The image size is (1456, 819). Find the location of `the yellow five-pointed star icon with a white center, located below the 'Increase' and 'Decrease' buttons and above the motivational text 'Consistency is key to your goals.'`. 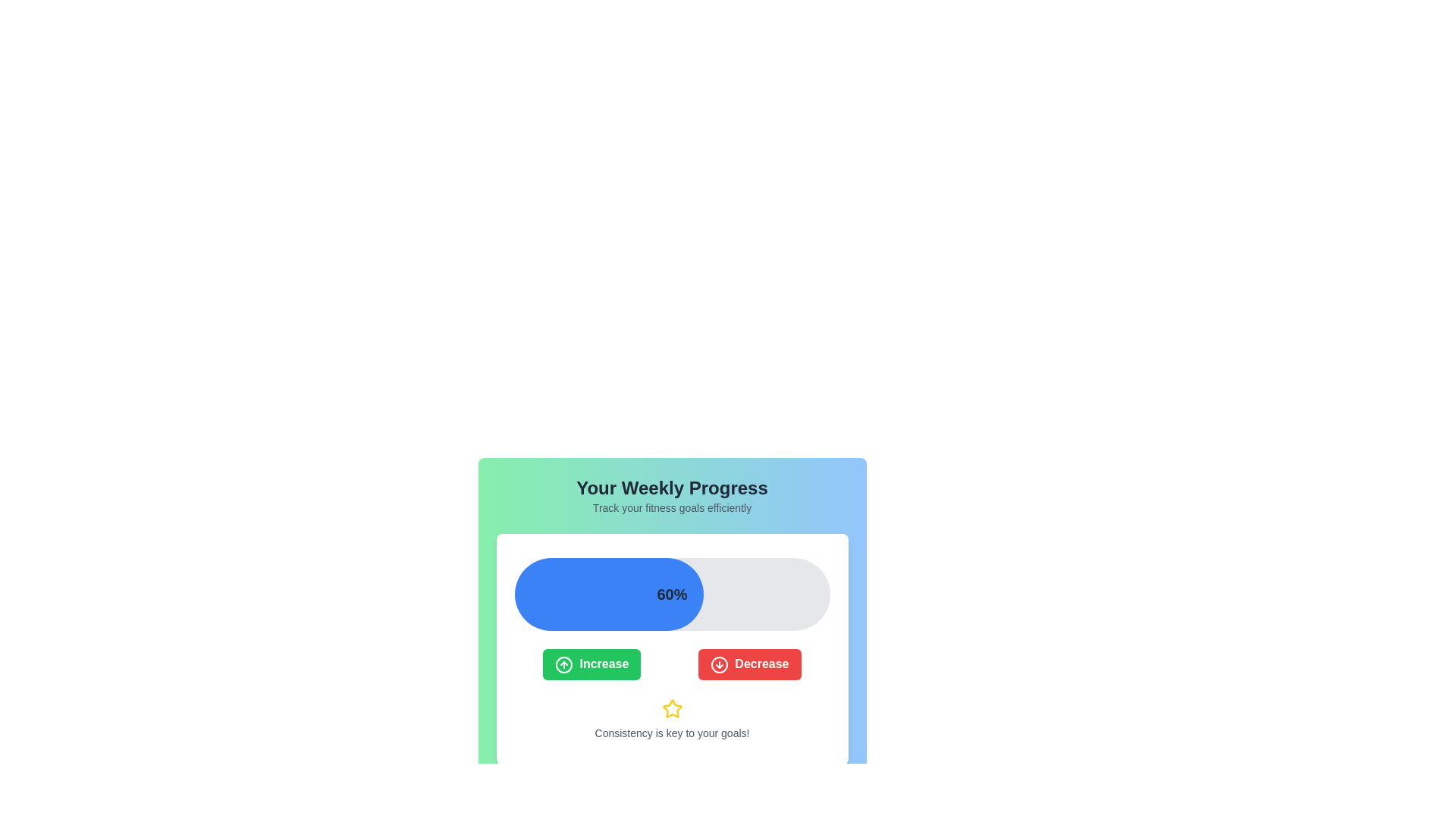

the yellow five-pointed star icon with a white center, located below the 'Increase' and 'Decrease' buttons and above the motivational text 'Consistency is key to your goals.' is located at coordinates (671, 708).